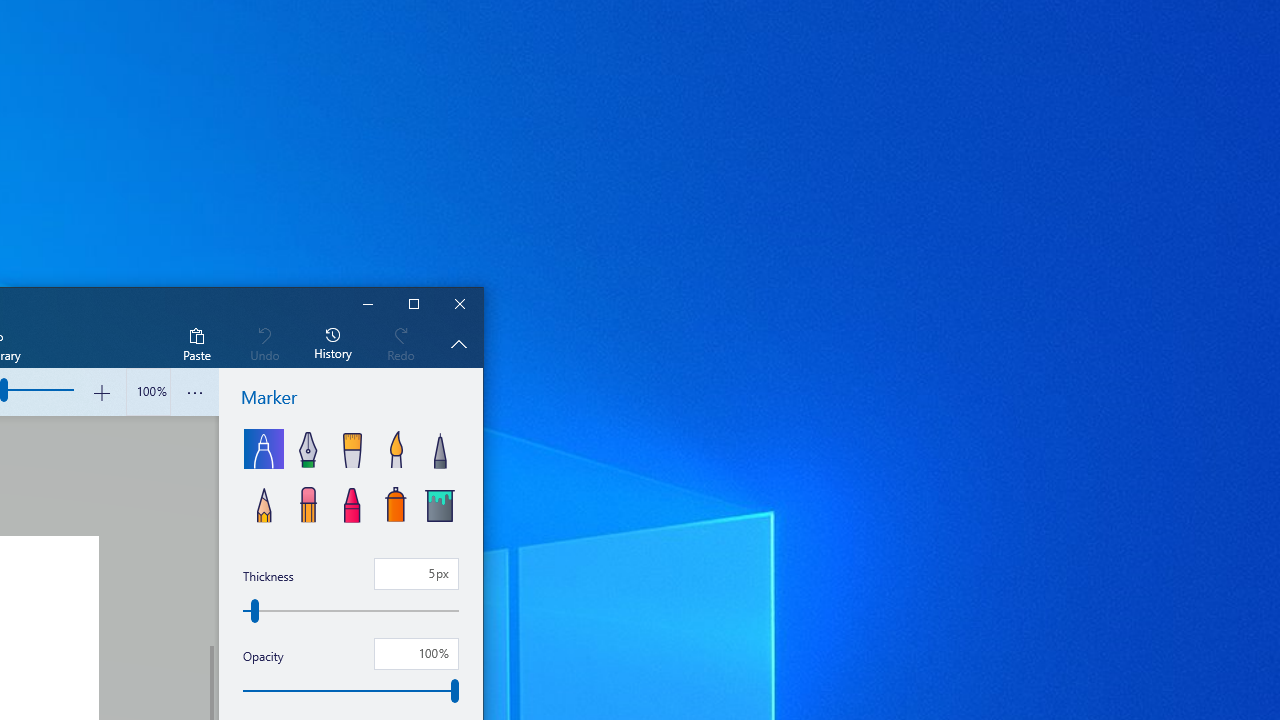  Describe the element at coordinates (396, 447) in the screenshot. I see `'Watercolor'` at that location.